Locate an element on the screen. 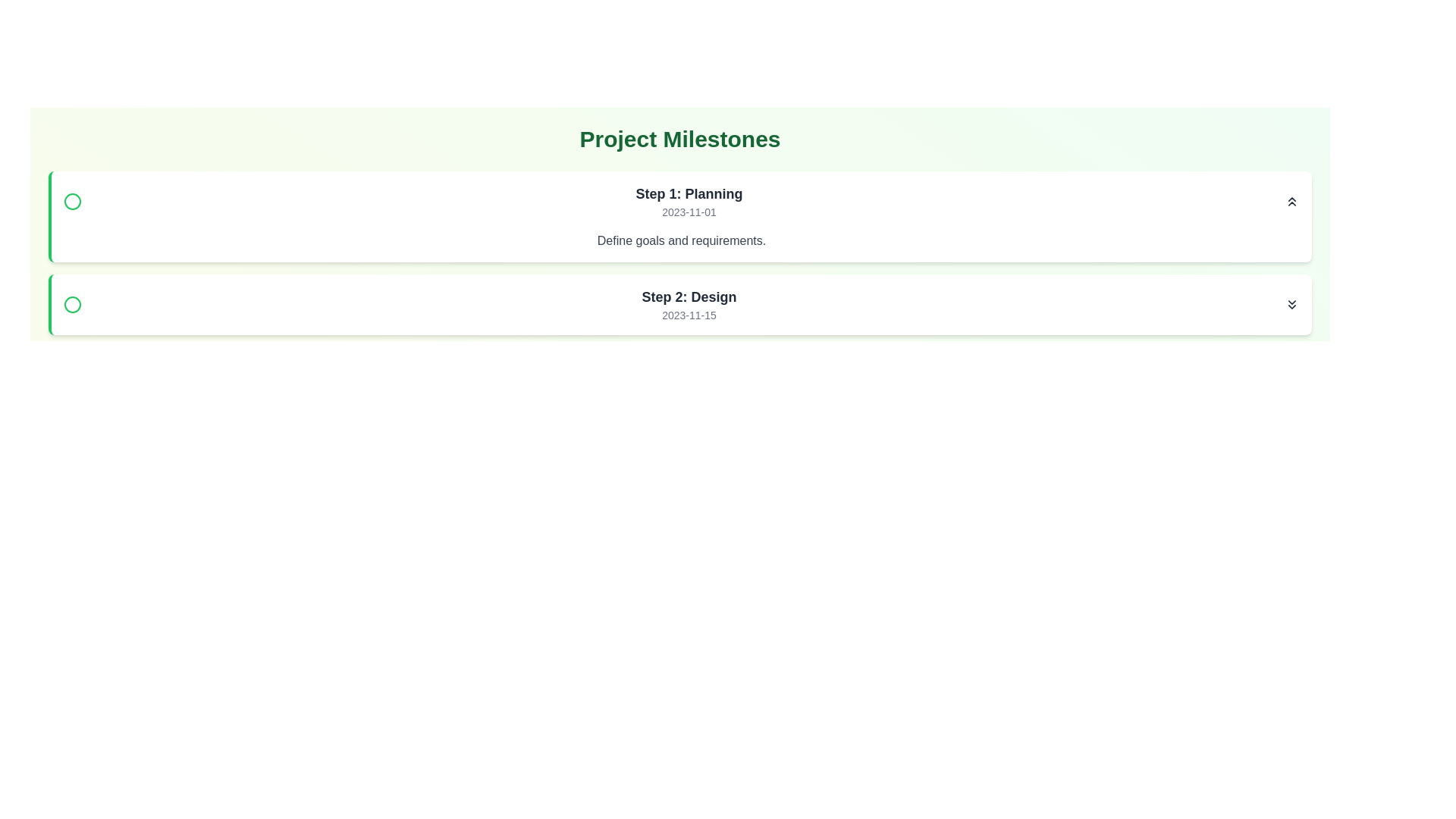 The image size is (1456, 819). the circular icon with a green outline located near the left side of the section labeled 'Step 2: Design' and '2023-11-15' is located at coordinates (72, 304).